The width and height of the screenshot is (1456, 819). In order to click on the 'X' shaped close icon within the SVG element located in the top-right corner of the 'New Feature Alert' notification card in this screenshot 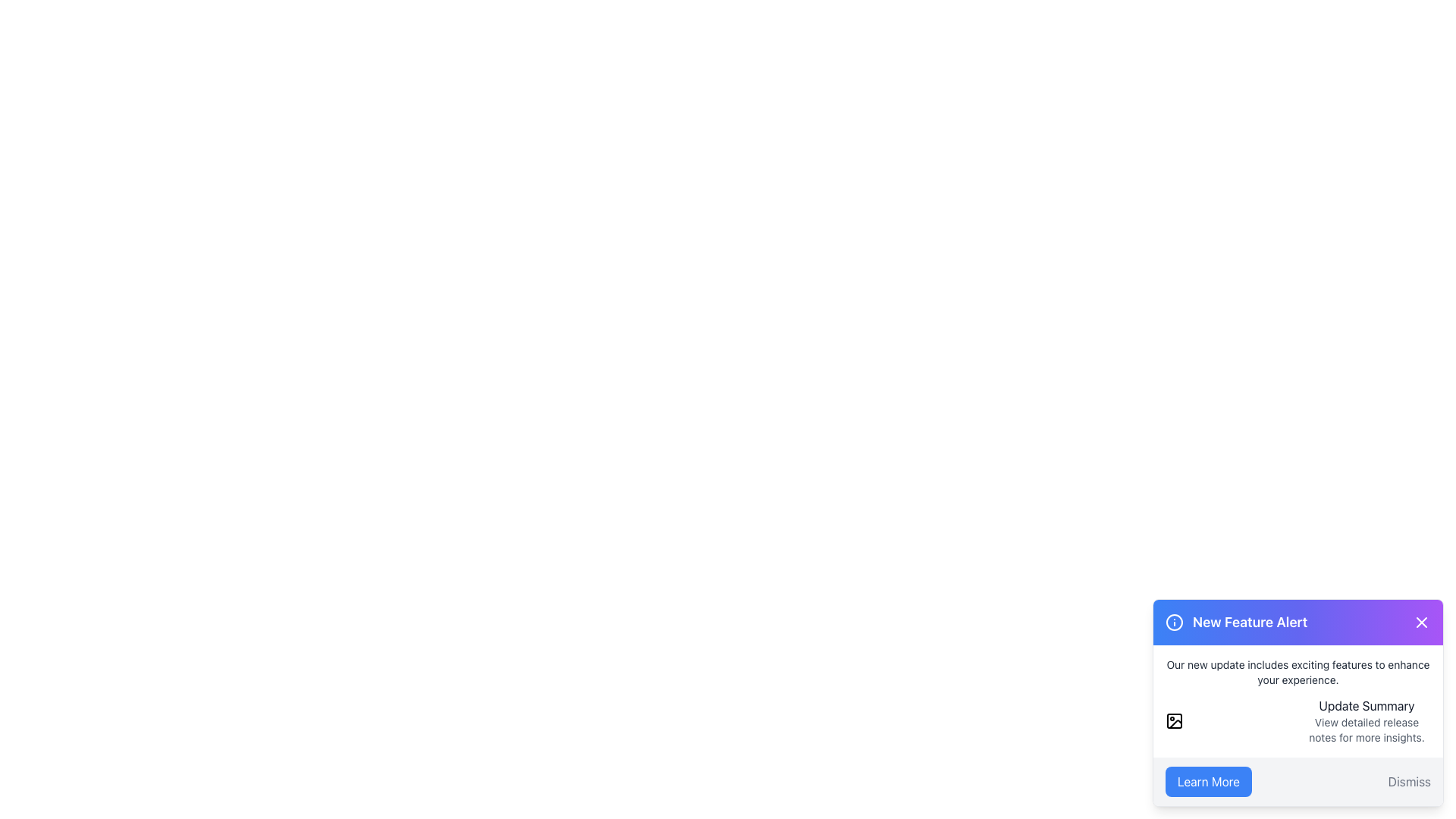, I will do `click(1421, 623)`.